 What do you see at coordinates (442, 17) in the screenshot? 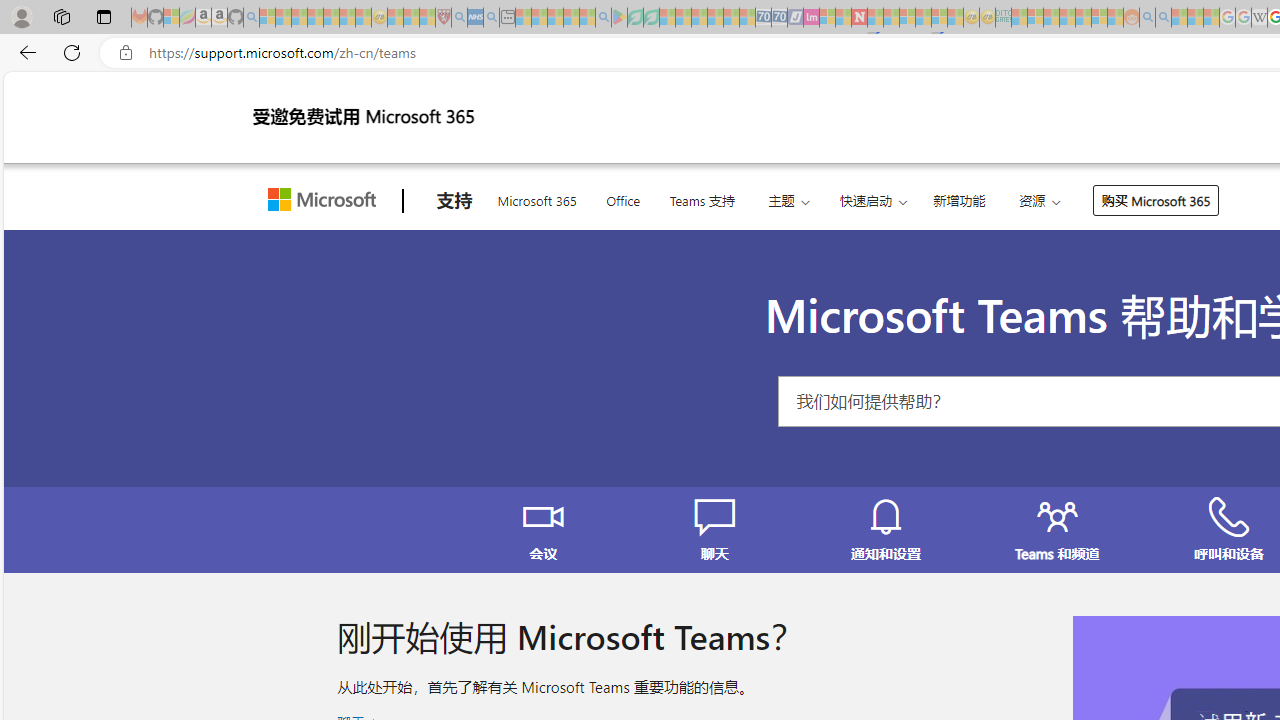
I see `'Robert H. Shmerling, MD - Harvard Health - Sleeping'` at bounding box center [442, 17].